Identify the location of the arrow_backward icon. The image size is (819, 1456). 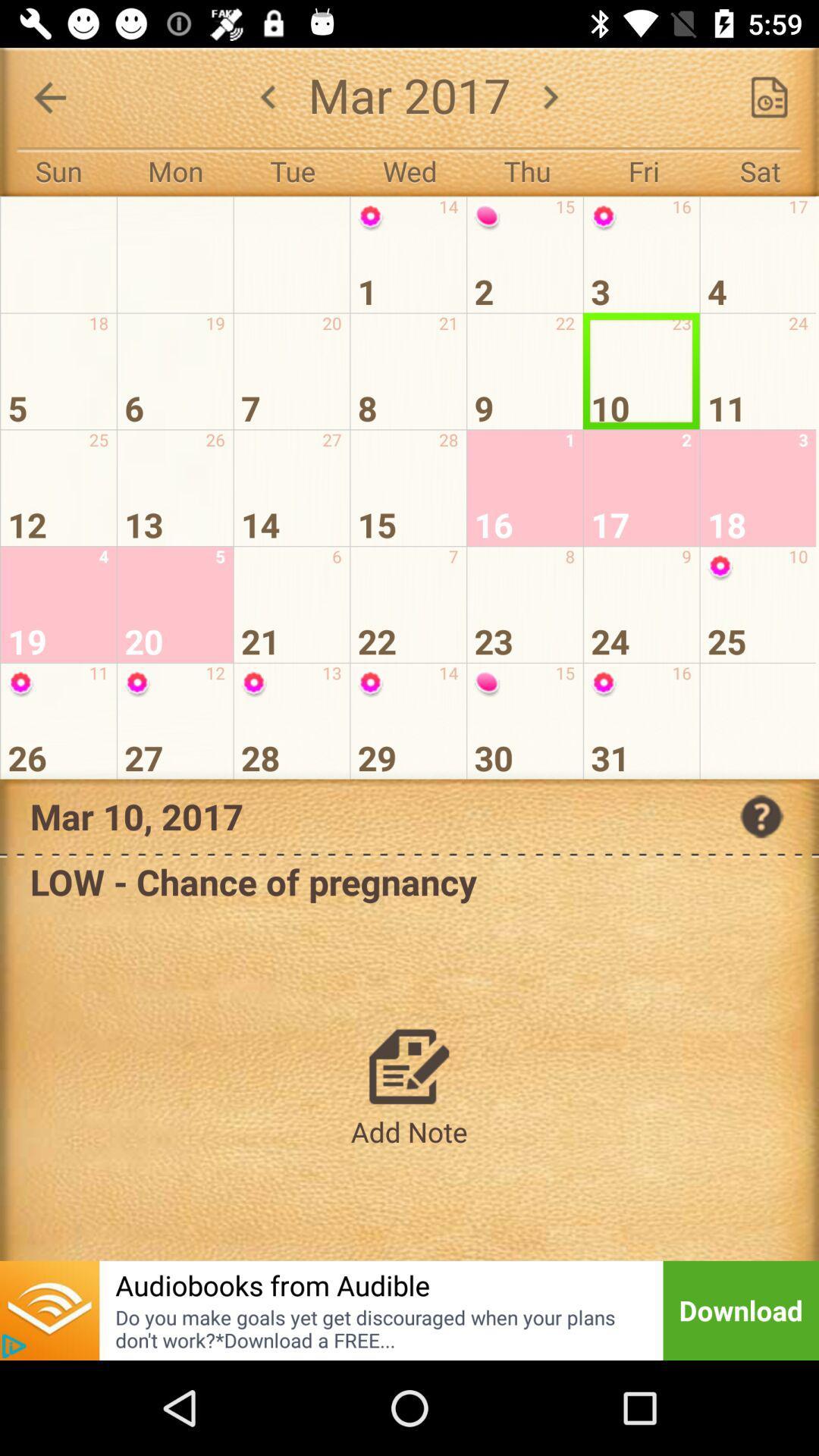
(49, 96).